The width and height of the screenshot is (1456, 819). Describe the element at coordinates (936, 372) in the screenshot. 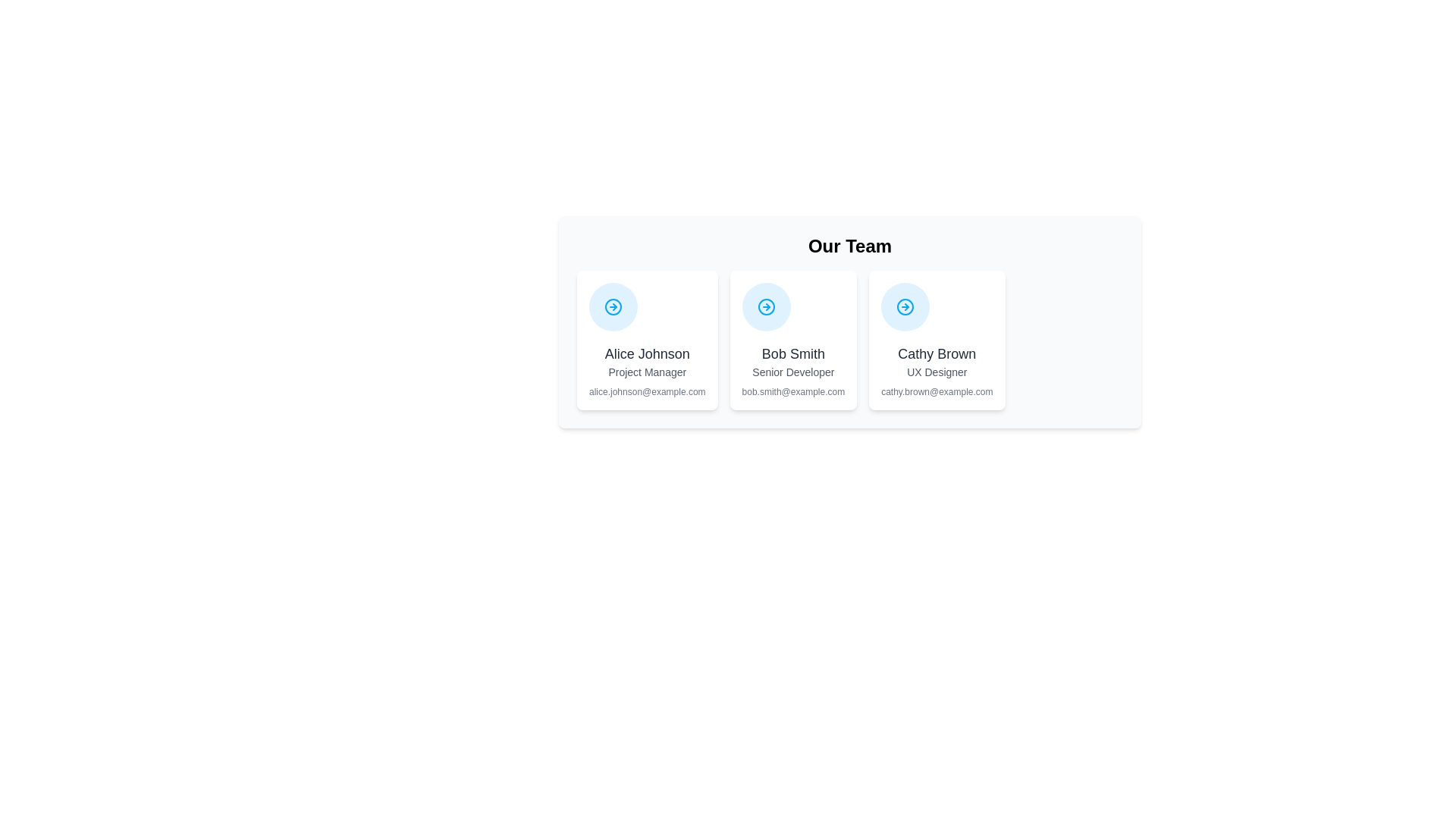

I see `the text label displaying the role or designation of Cathy Brown, located in the bottom-middle area of her card` at that location.